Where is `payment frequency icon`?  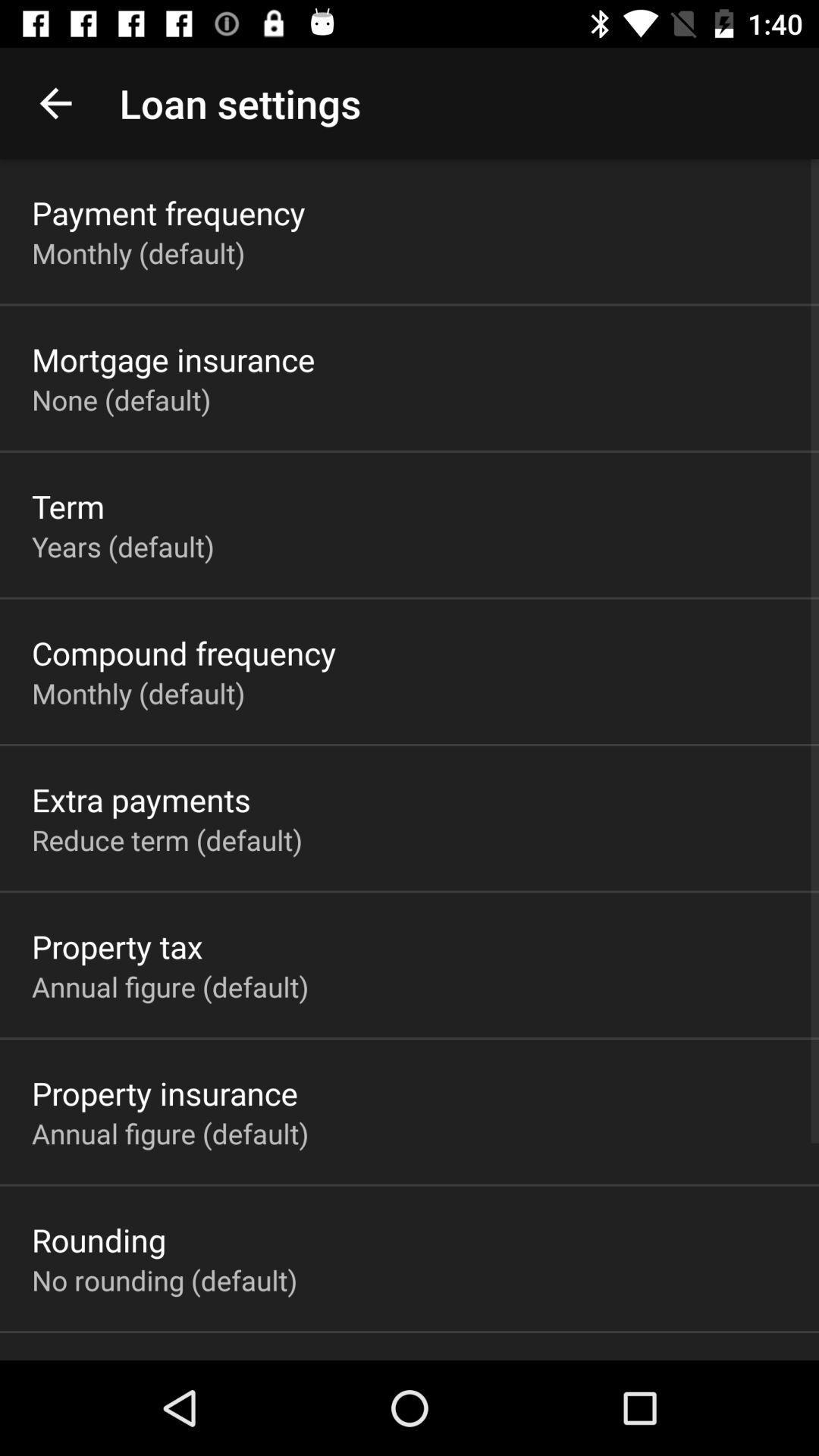 payment frequency icon is located at coordinates (168, 212).